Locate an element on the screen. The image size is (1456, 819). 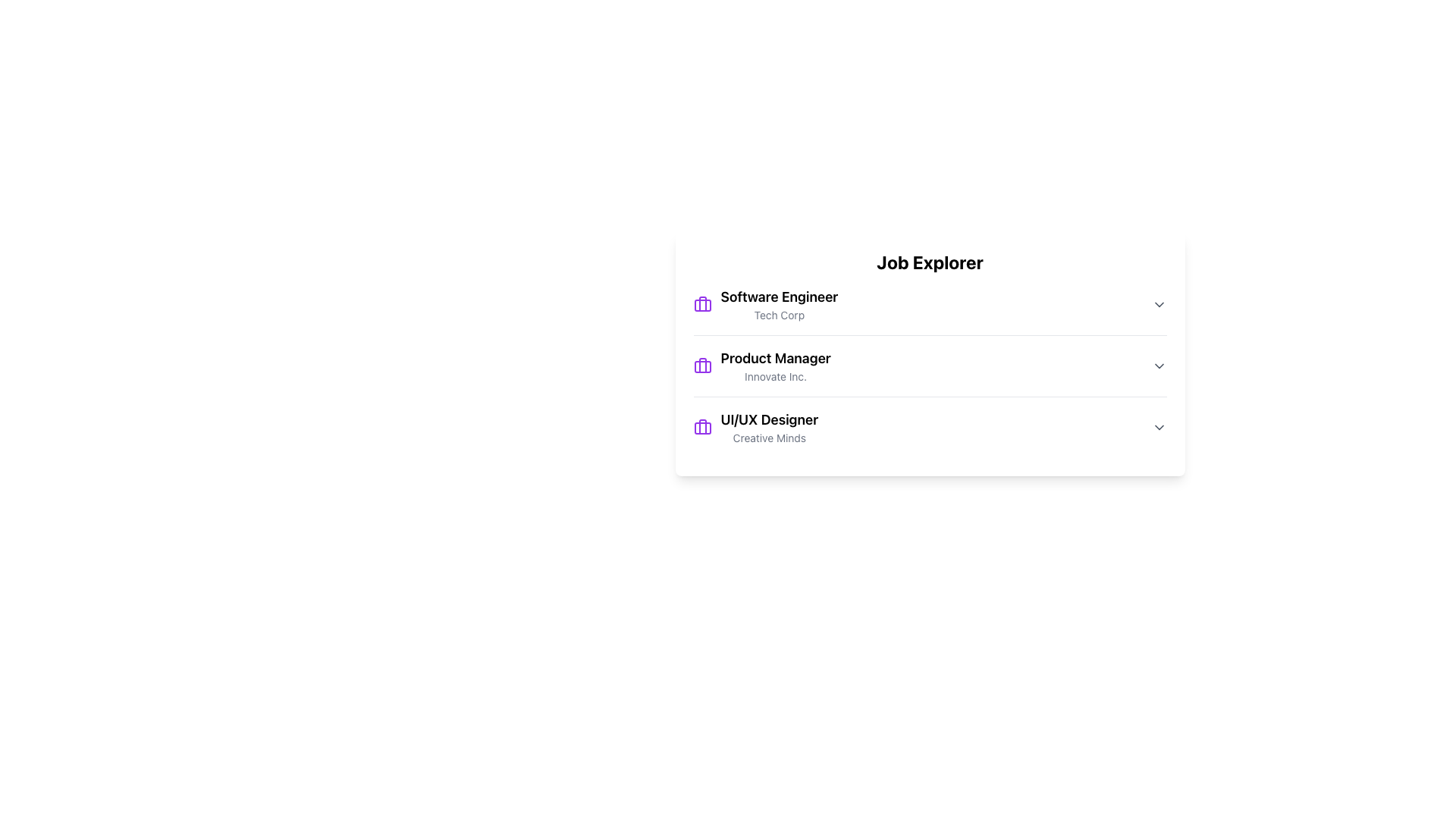
the text label displaying 'Tech Corp', which is styled in gray and positioned below the title 'Software Engineer' in the Job Explorer section is located at coordinates (779, 315).